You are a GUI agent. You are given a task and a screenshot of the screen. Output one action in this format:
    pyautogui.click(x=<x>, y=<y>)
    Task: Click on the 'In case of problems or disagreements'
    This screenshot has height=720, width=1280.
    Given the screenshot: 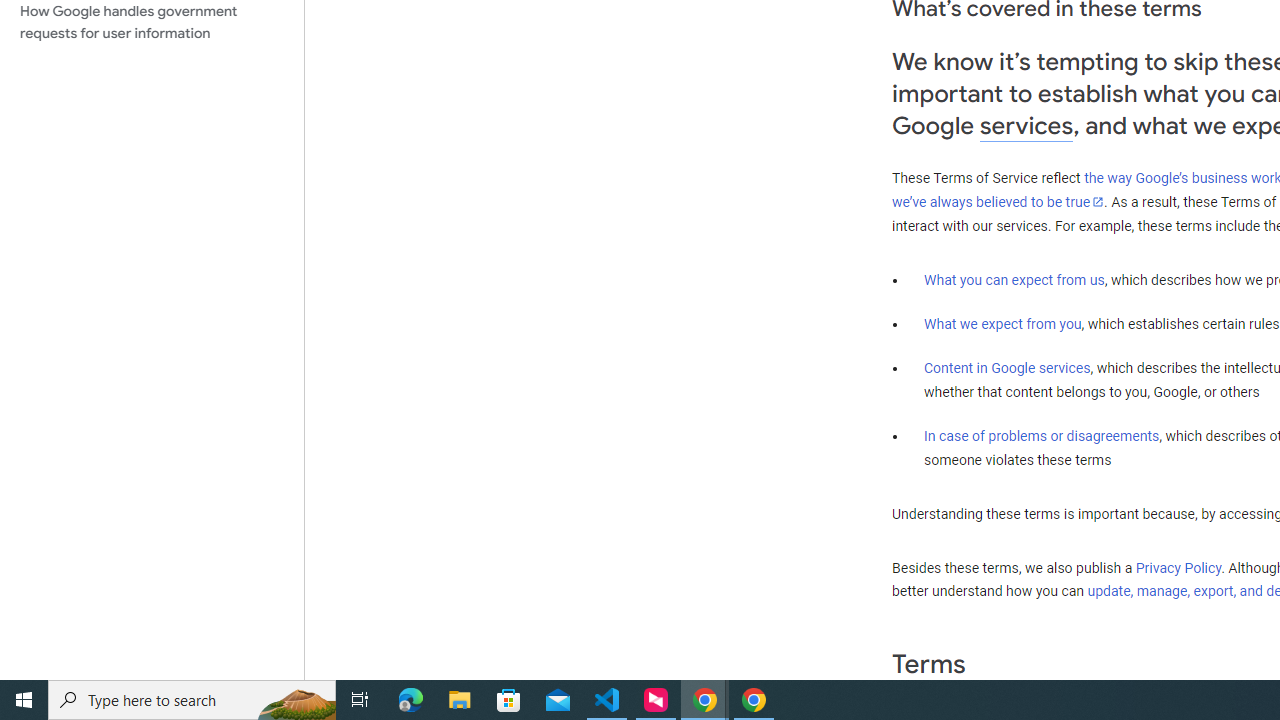 What is the action you would take?
    pyautogui.click(x=1040, y=434)
    